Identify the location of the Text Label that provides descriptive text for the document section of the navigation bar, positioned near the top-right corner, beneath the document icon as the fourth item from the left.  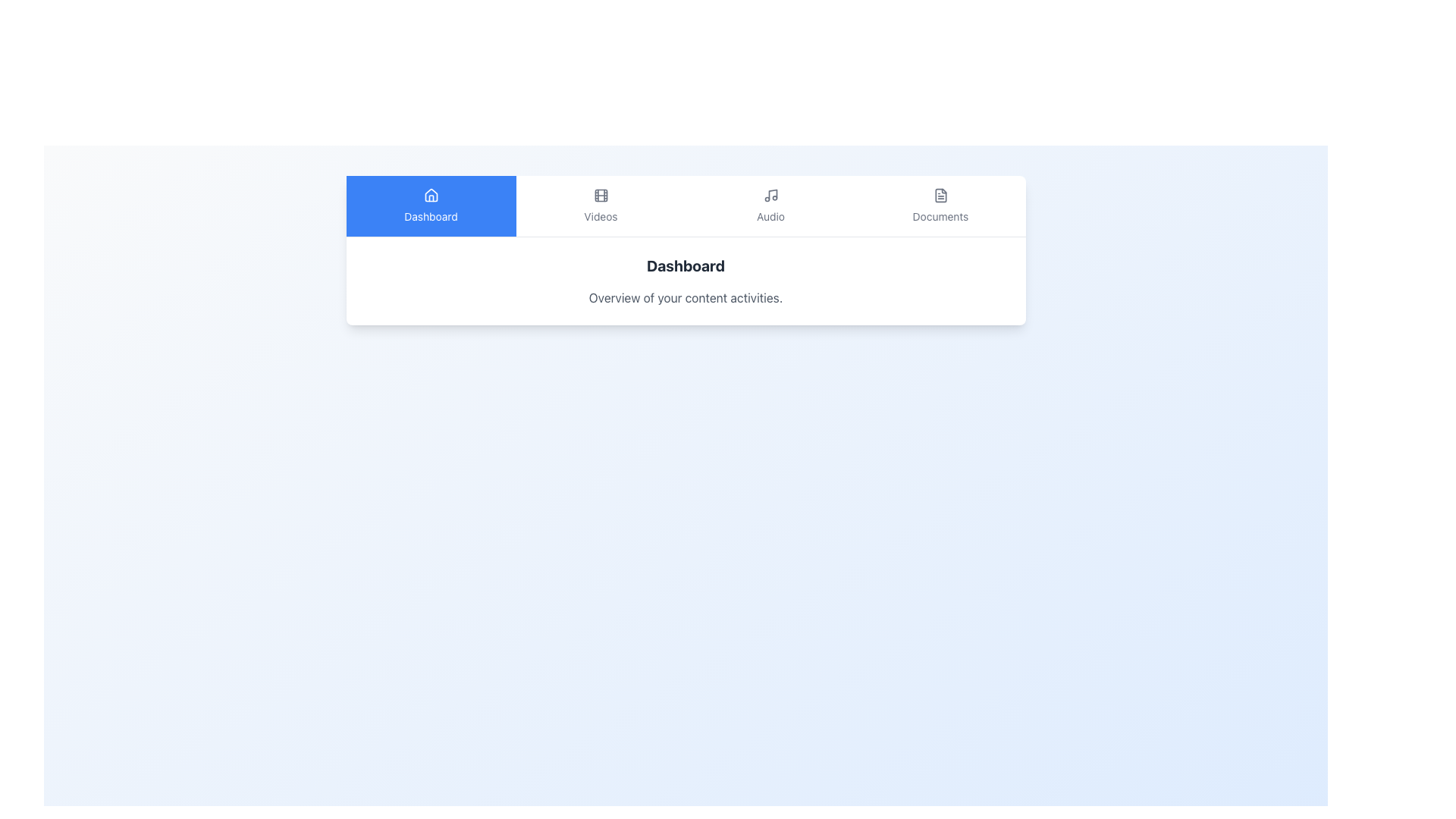
(940, 216).